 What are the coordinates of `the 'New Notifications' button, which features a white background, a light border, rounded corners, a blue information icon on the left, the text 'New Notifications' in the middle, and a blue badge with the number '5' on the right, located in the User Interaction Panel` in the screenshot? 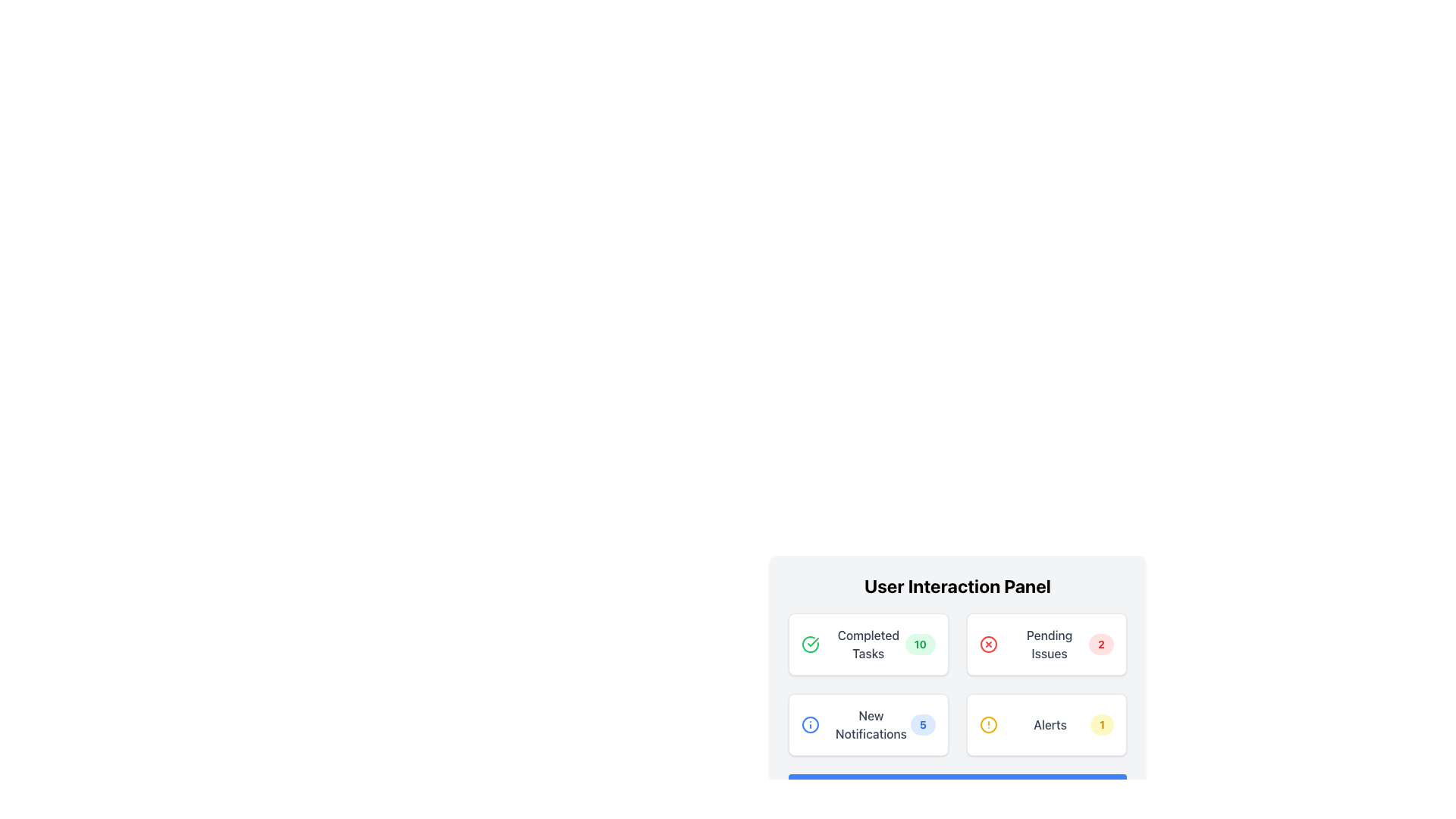 It's located at (868, 724).